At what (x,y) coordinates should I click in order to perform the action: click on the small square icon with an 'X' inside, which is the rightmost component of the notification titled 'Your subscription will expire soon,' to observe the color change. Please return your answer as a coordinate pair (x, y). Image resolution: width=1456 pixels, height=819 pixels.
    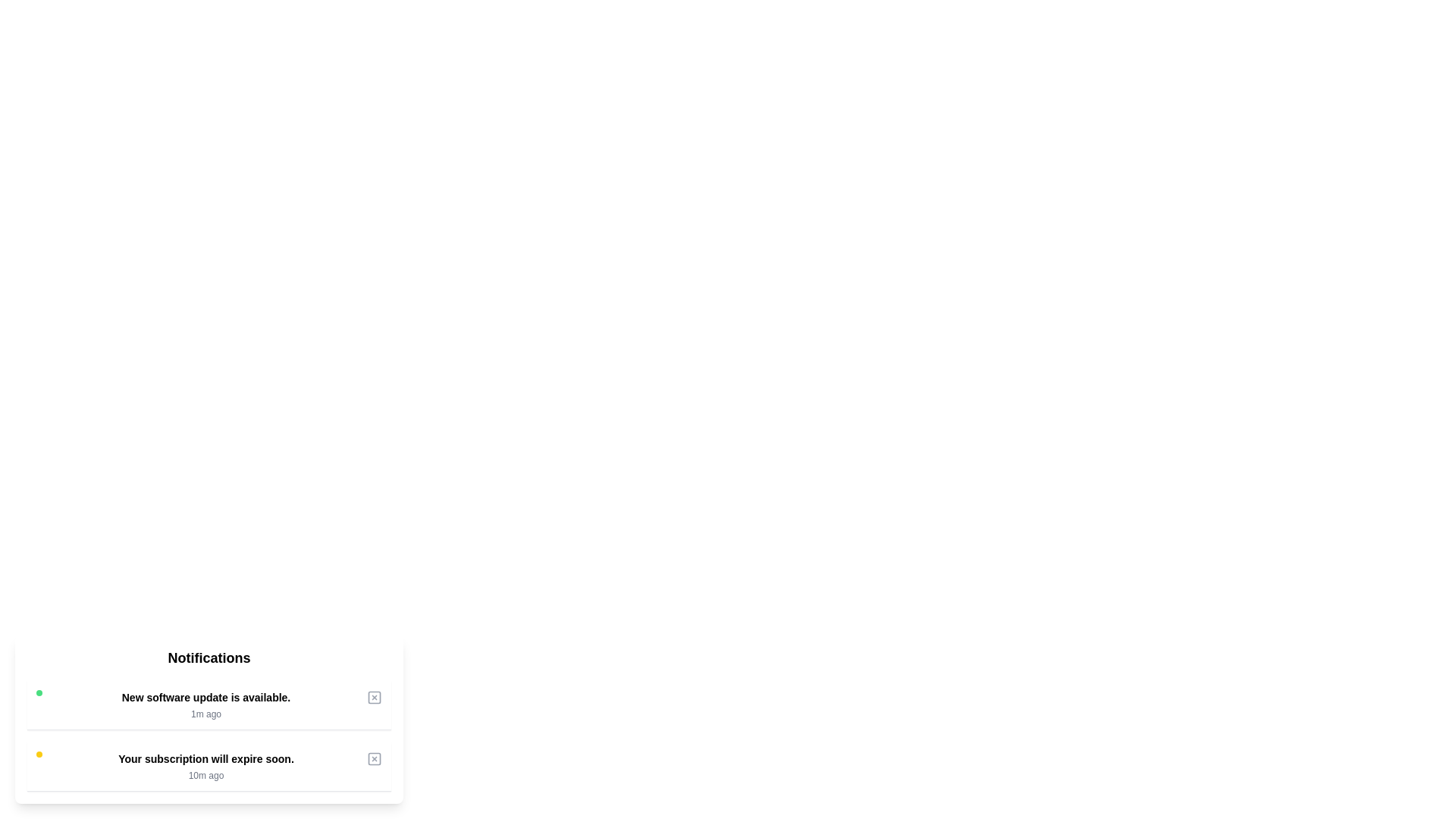
    Looking at the image, I should click on (375, 759).